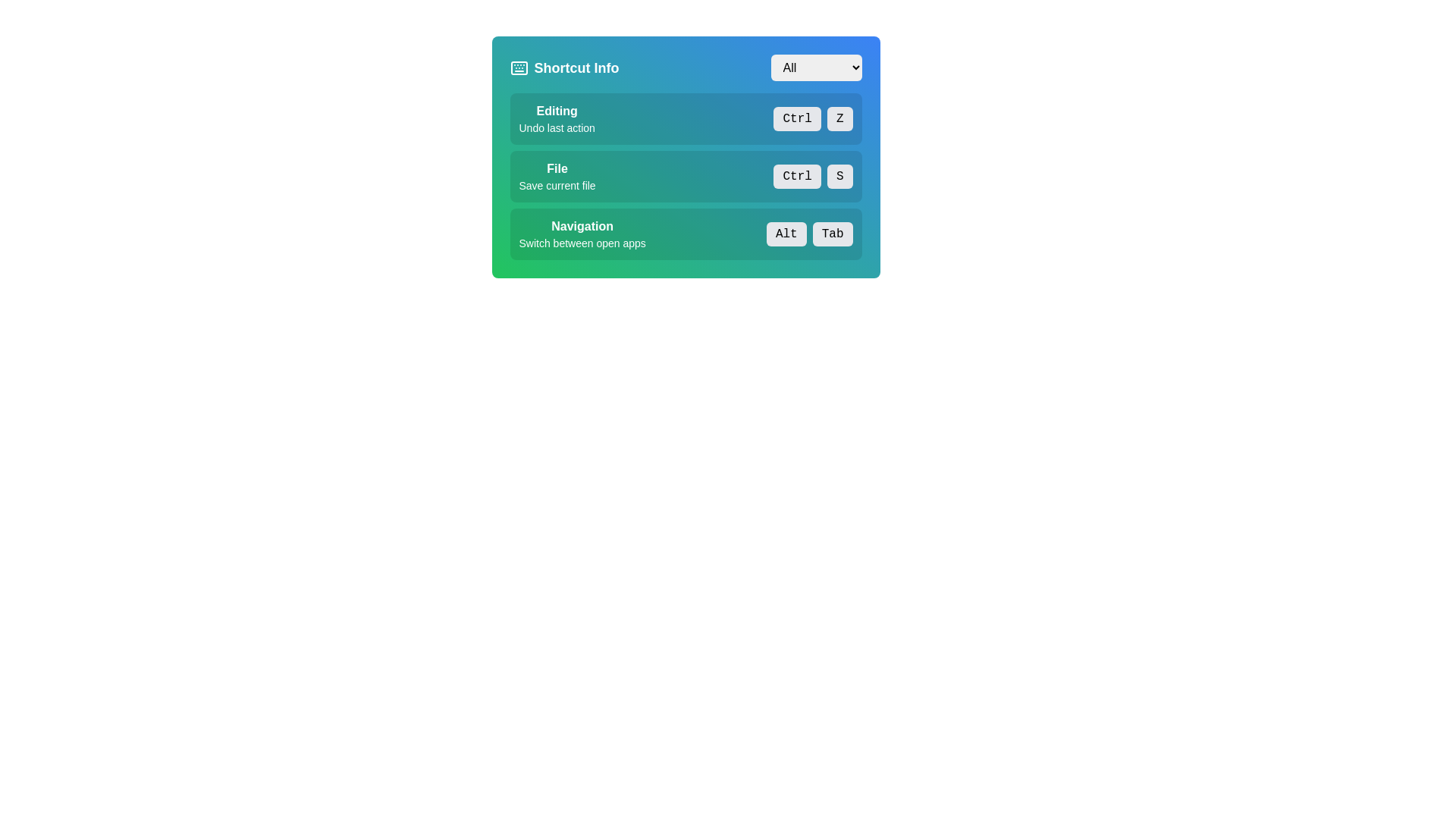 The height and width of the screenshot is (819, 1456). I want to click on the Text Label that serves as a title for the action 'Undo last action' located in the 'Shortcut Info' widget, so click(556, 110).